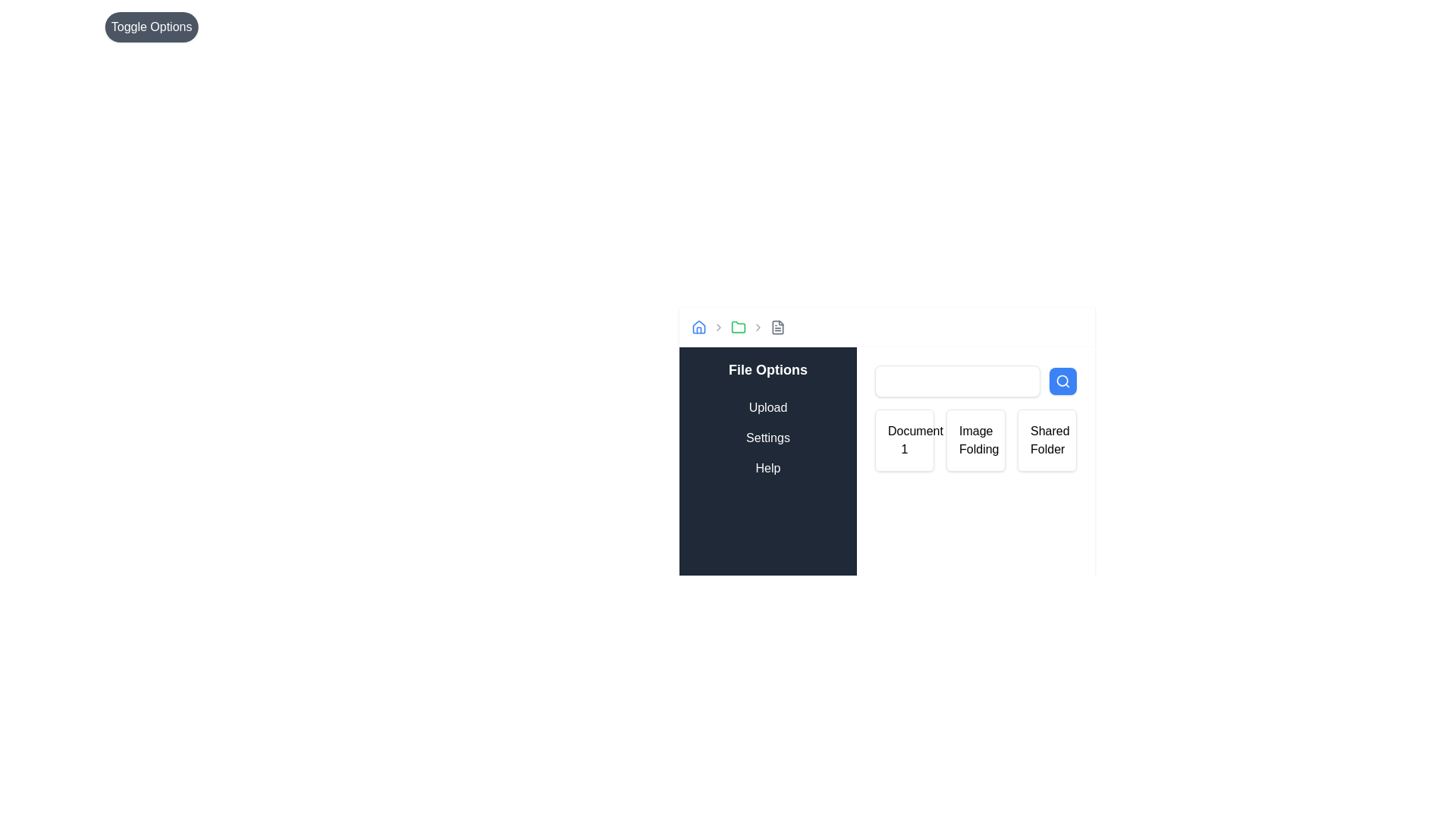 The width and height of the screenshot is (1456, 819). Describe the element at coordinates (739, 326) in the screenshot. I see `the folder icon located in the top navigation area, to the right of the breadcrumb navigation bar` at that location.